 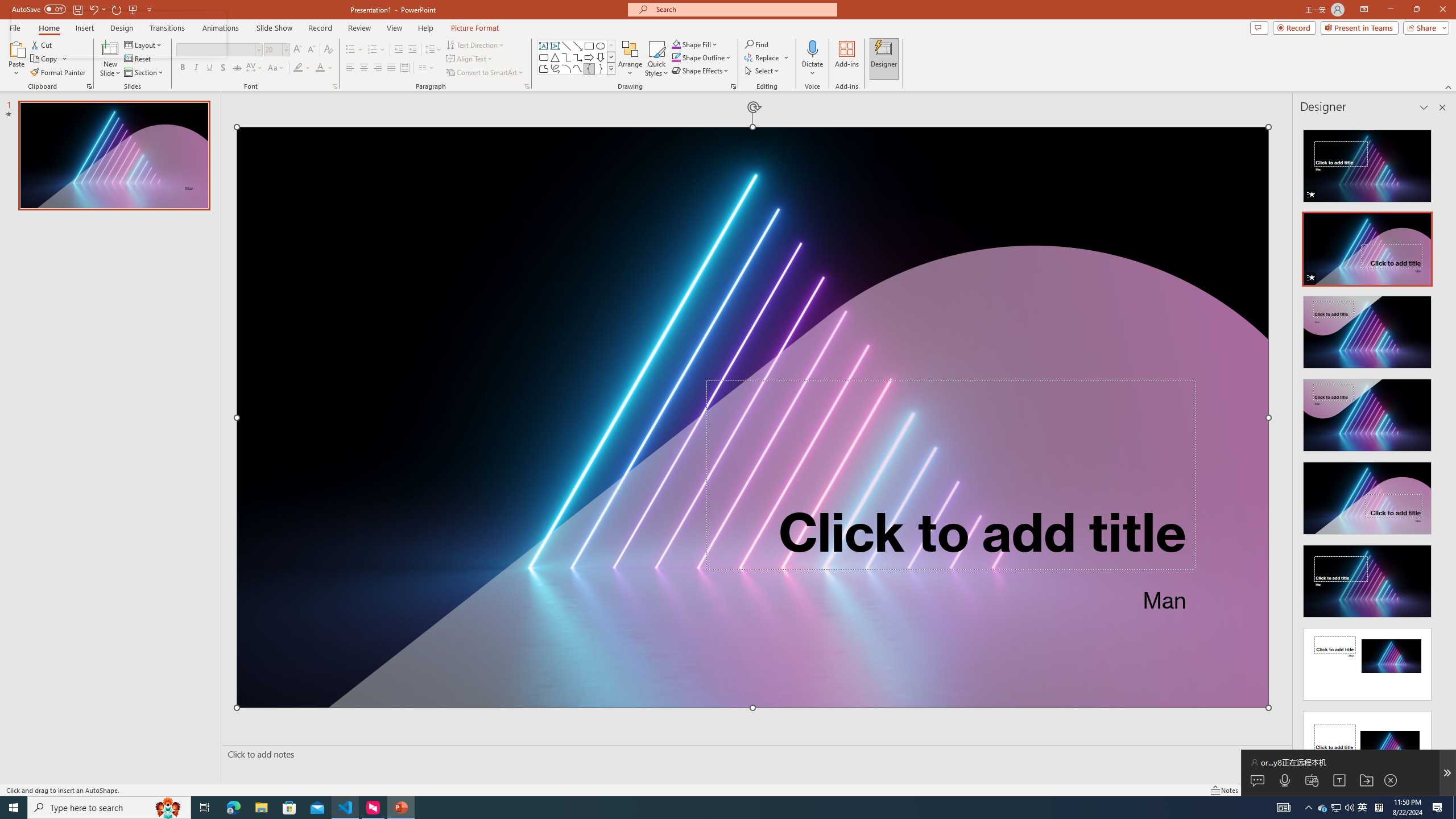 What do you see at coordinates (1430, 790) in the screenshot?
I see `'Zoom 142%'` at bounding box center [1430, 790].